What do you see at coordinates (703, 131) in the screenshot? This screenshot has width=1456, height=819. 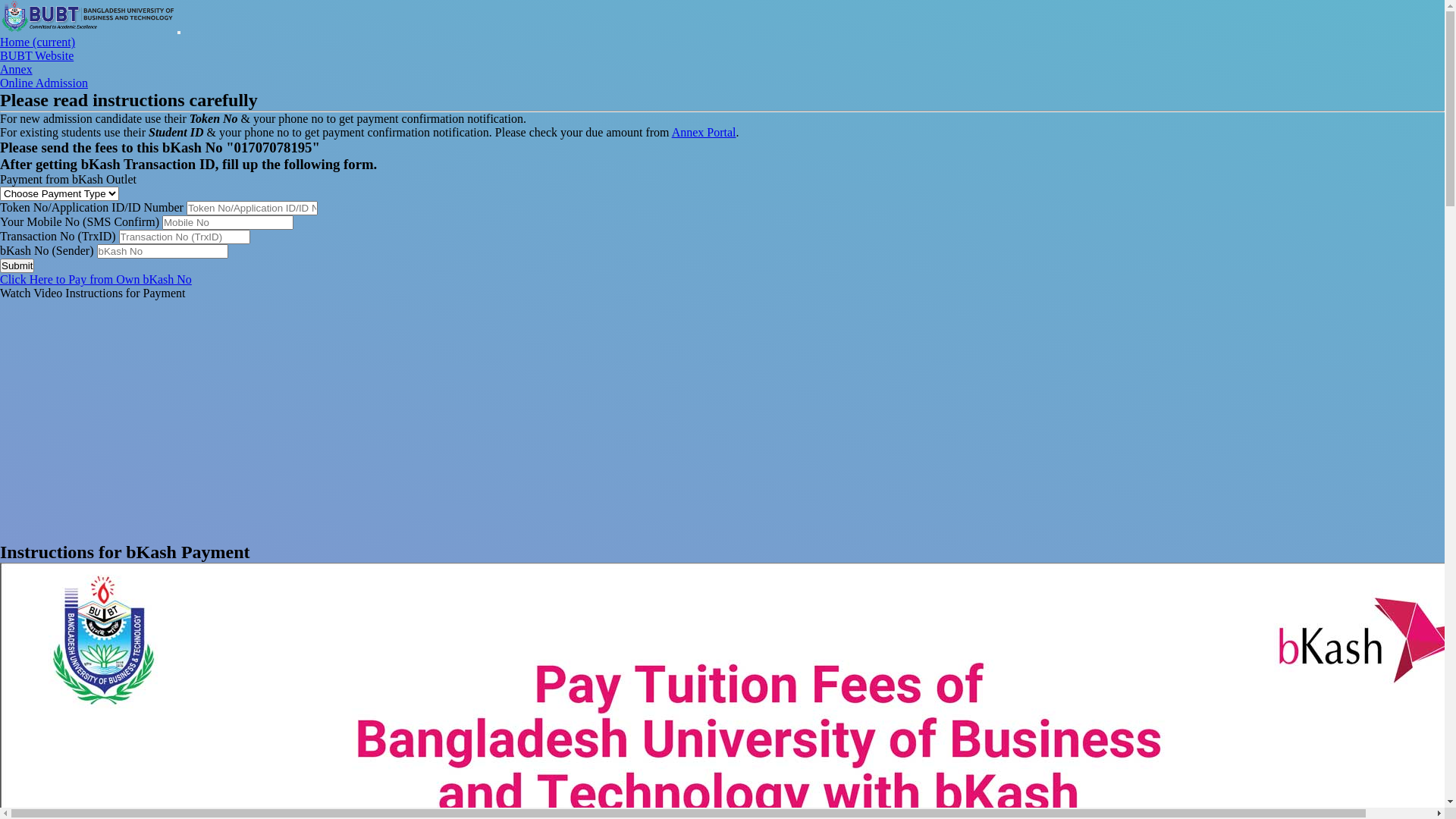 I see `'Annex Portal'` at bounding box center [703, 131].